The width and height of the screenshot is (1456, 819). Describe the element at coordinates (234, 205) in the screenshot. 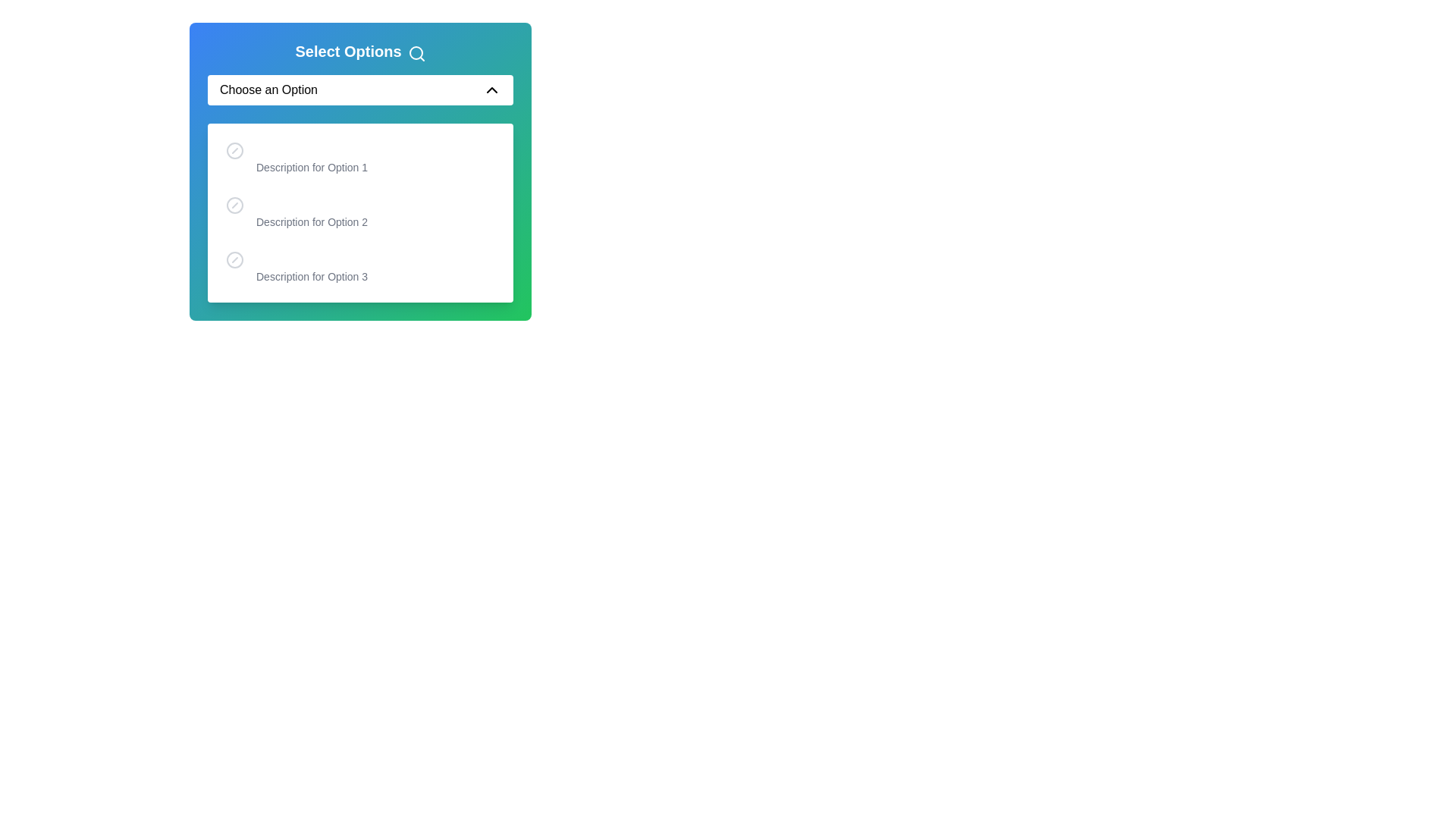

I see `the option associated with the graphical circle (SVG element) that indicates the status of 'Description for Option 2' in the drop-down menu` at that location.